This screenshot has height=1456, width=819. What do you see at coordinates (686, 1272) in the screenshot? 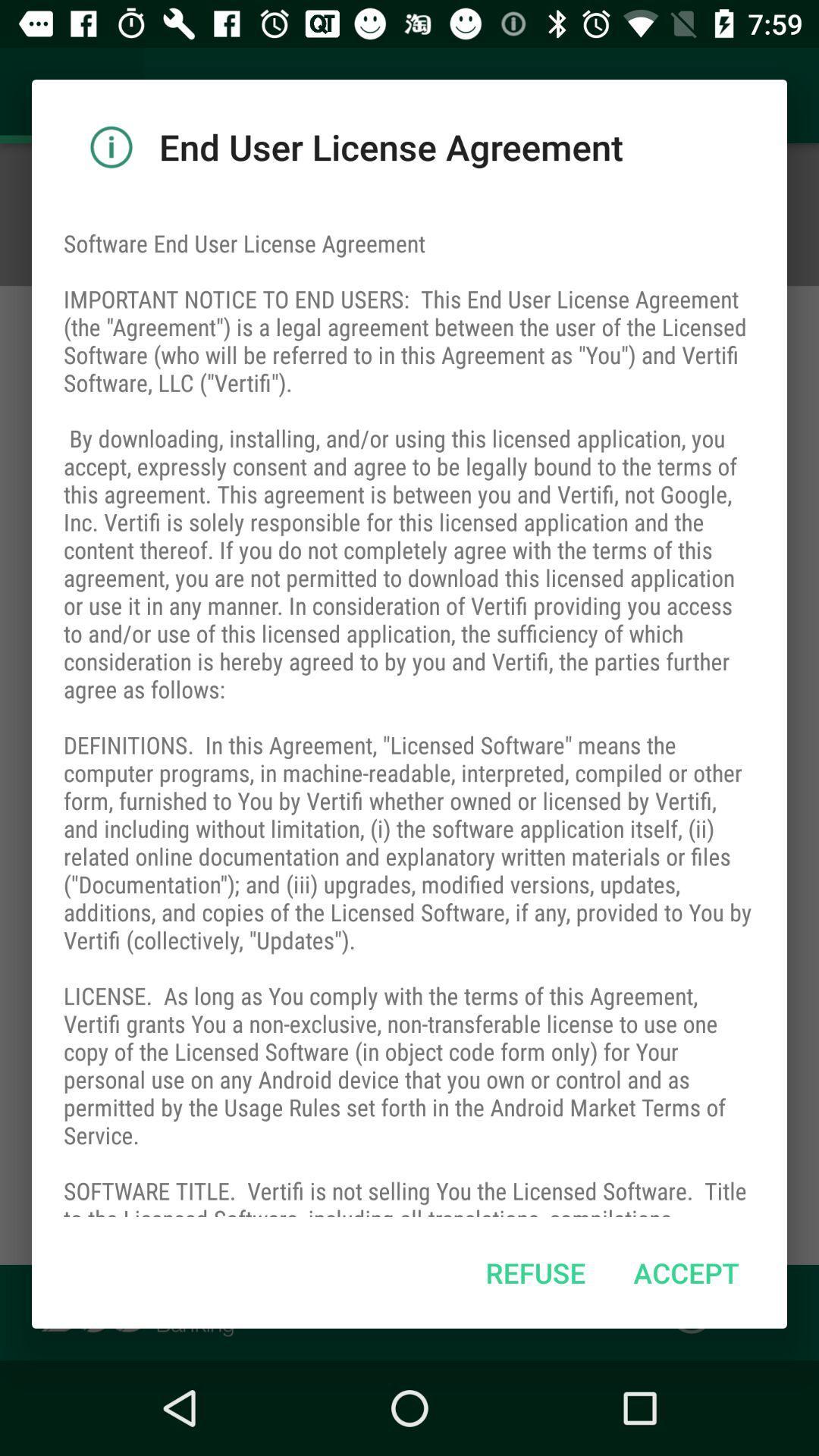
I see `the item to the right of the refuse item` at bounding box center [686, 1272].